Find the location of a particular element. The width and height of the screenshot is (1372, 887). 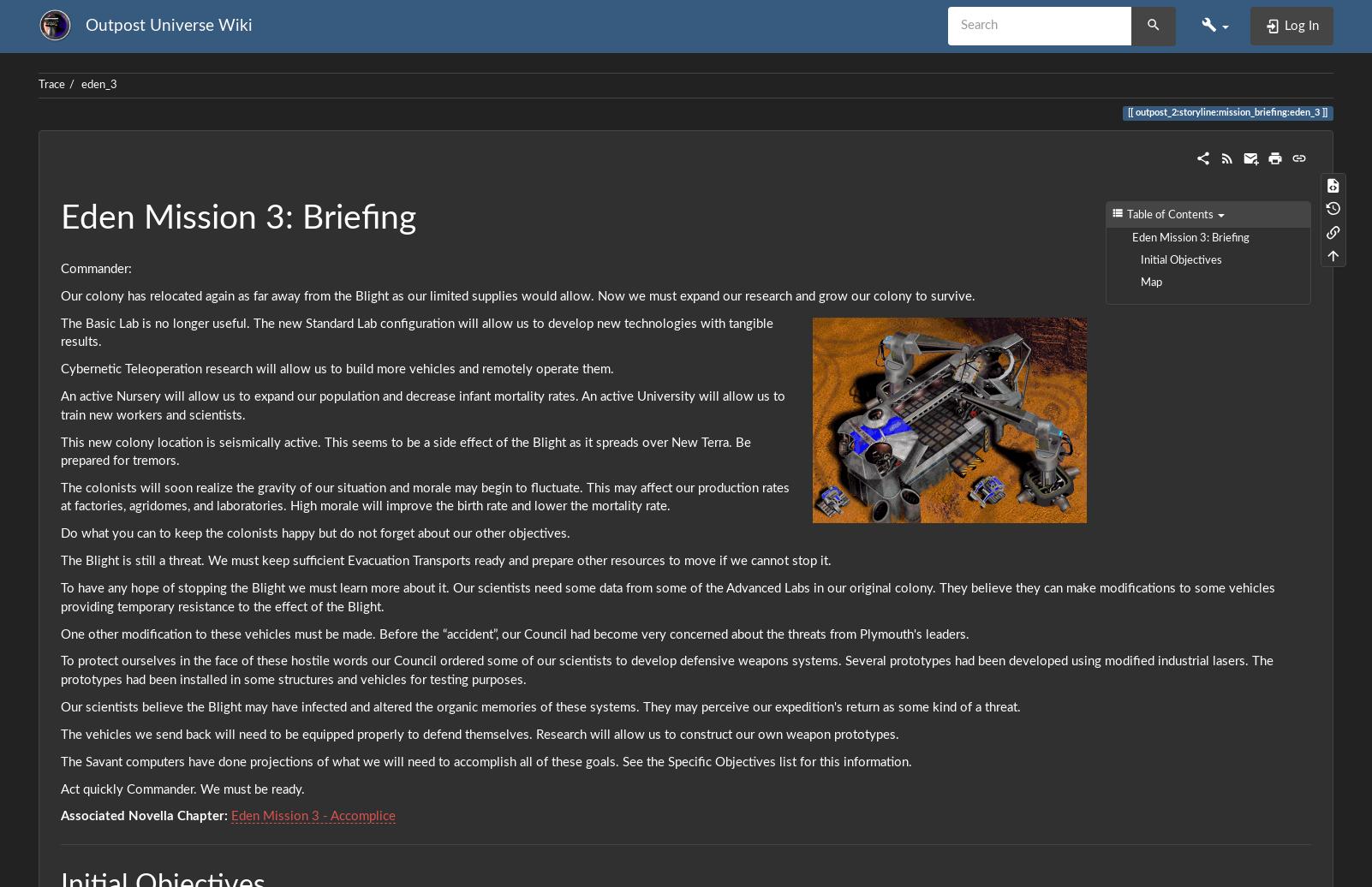

'The vehicles we send back will need to be equipped properly to defend themselves.  Research will allow us to construct our own weapon prototypes.' is located at coordinates (479, 734).